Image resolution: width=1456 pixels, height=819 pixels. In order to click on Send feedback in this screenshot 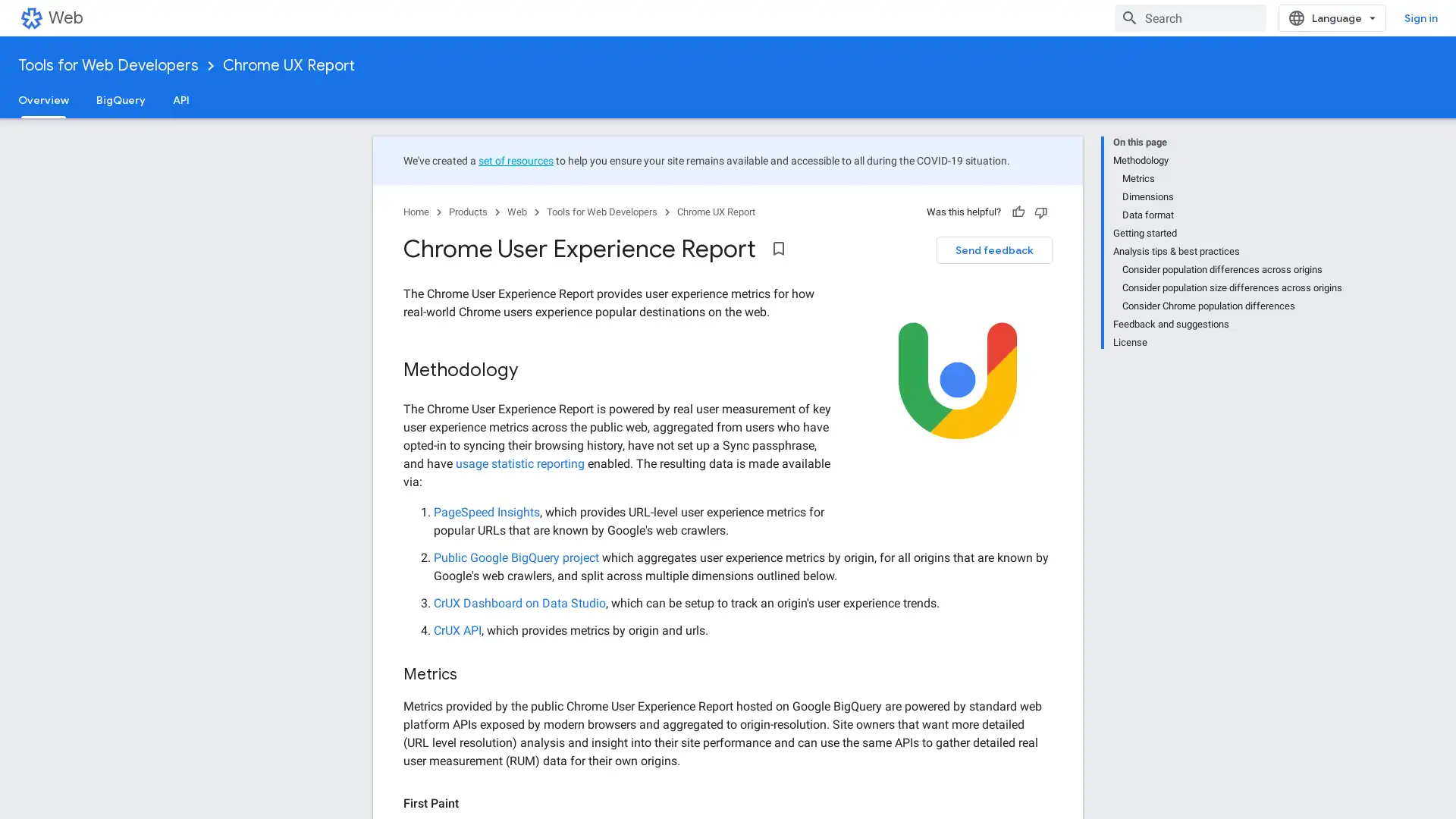, I will do `click(994, 249)`.